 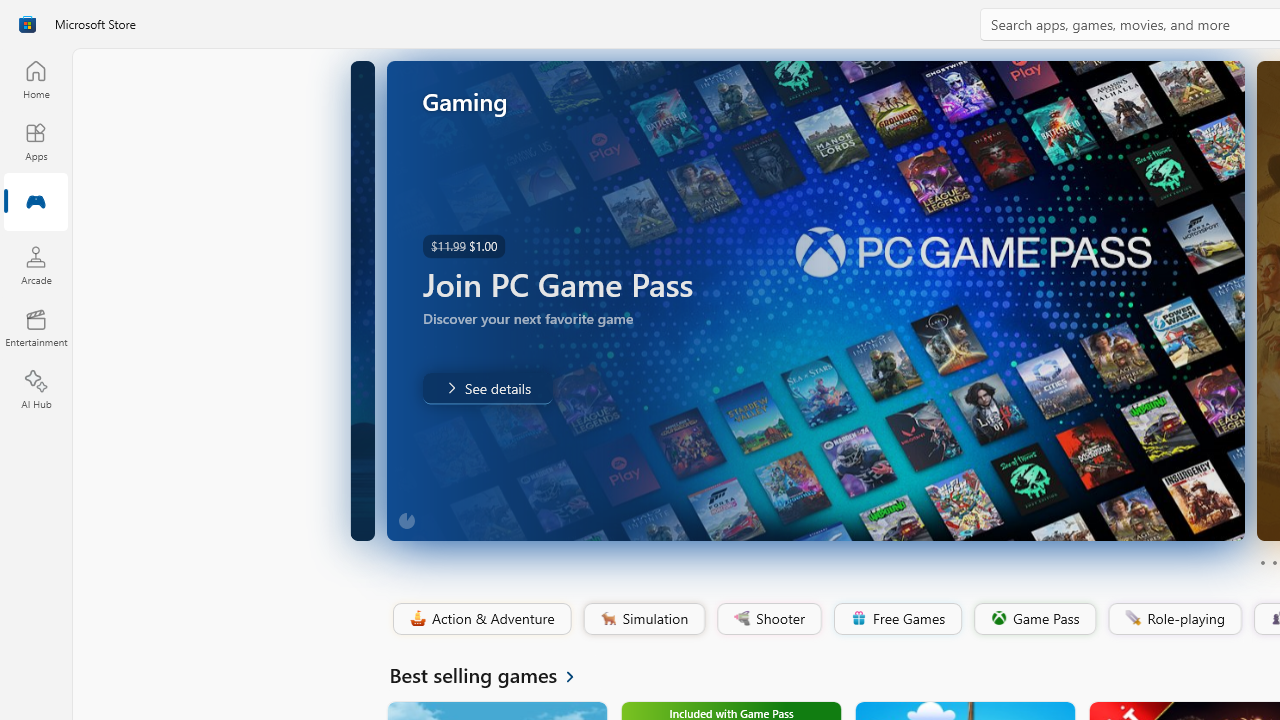 I want to click on 'Role-playing', so click(x=1175, y=618).